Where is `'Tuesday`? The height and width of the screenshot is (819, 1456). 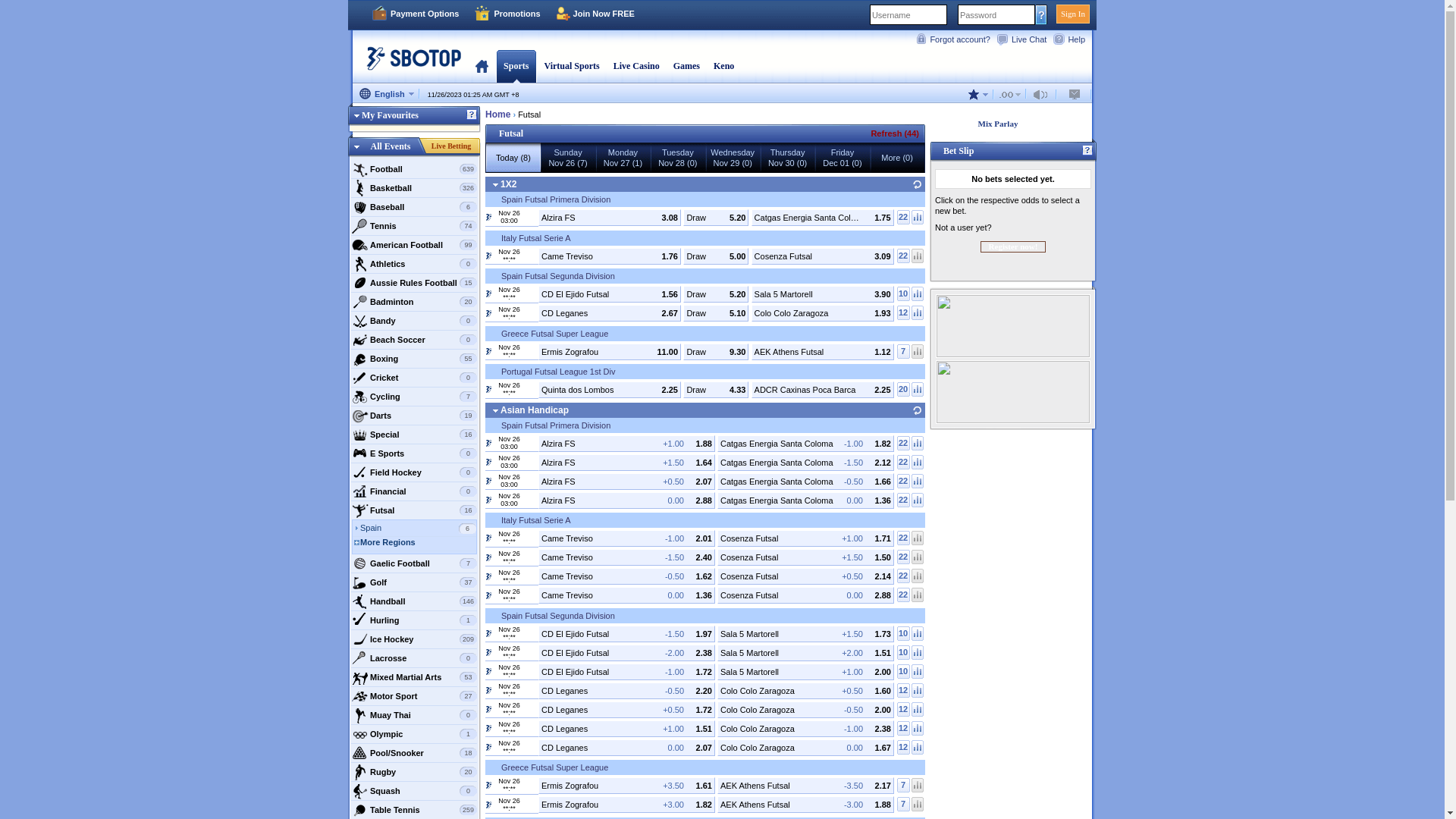
'Tuesday is located at coordinates (676, 158).